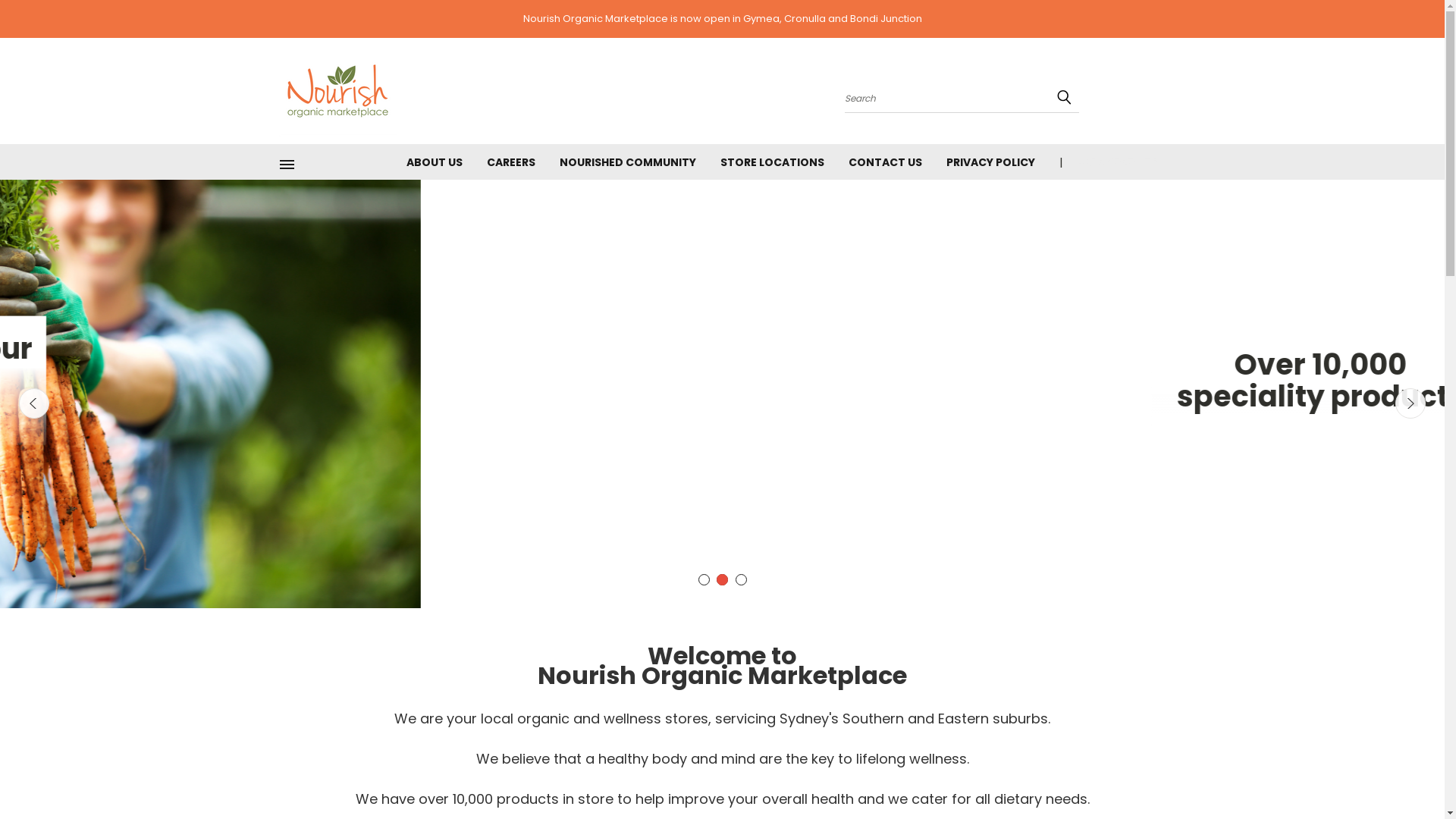 The height and width of the screenshot is (819, 1456). Describe the element at coordinates (772, 161) in the screenshot. I see `'STORE LOCATIONS'` at that location.